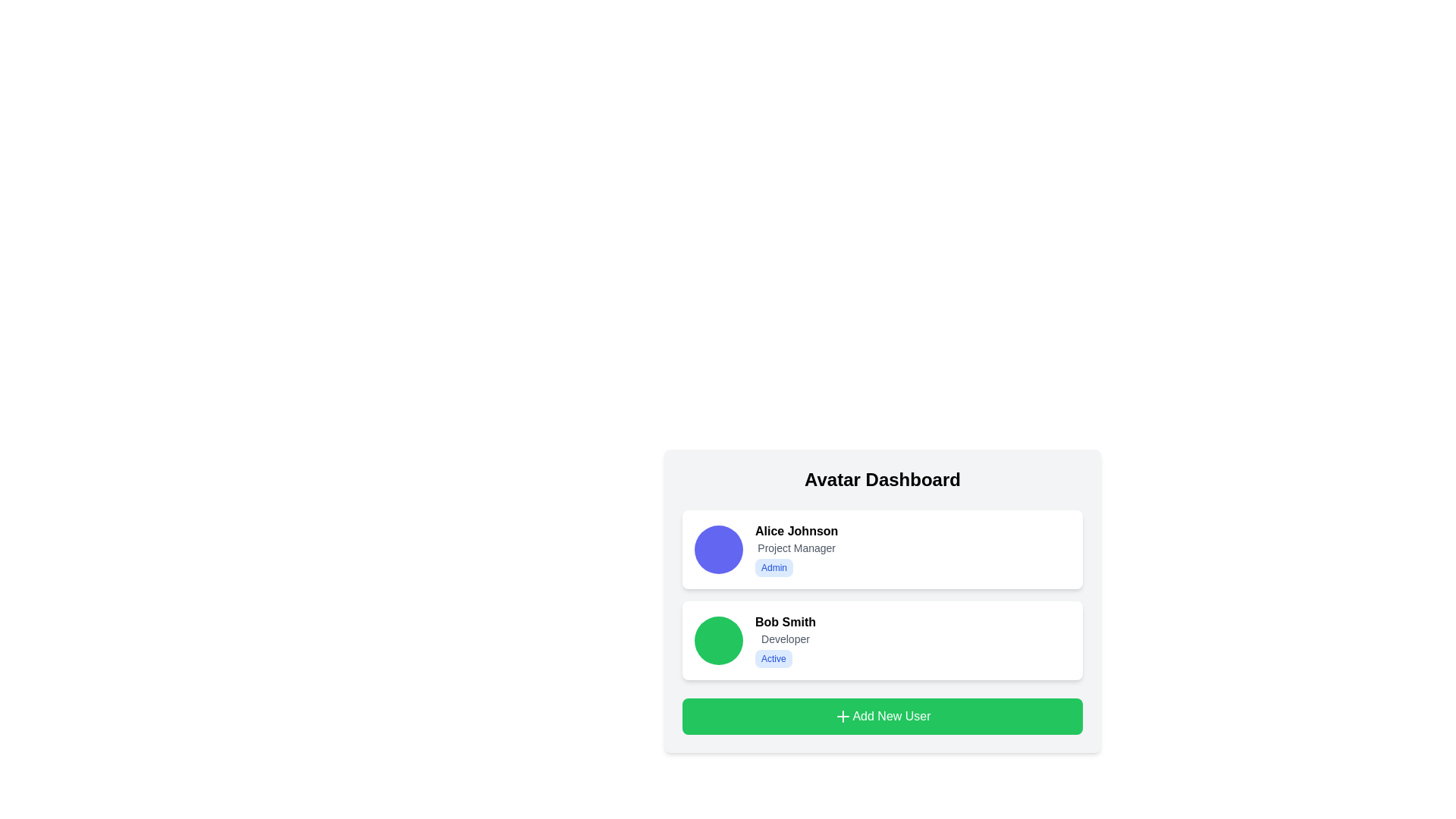  I want to click on the 'Active' badge element styled with blue font color that is located within Bob Smith's card, positioned below the 'Developer' text, so click(773, 657).